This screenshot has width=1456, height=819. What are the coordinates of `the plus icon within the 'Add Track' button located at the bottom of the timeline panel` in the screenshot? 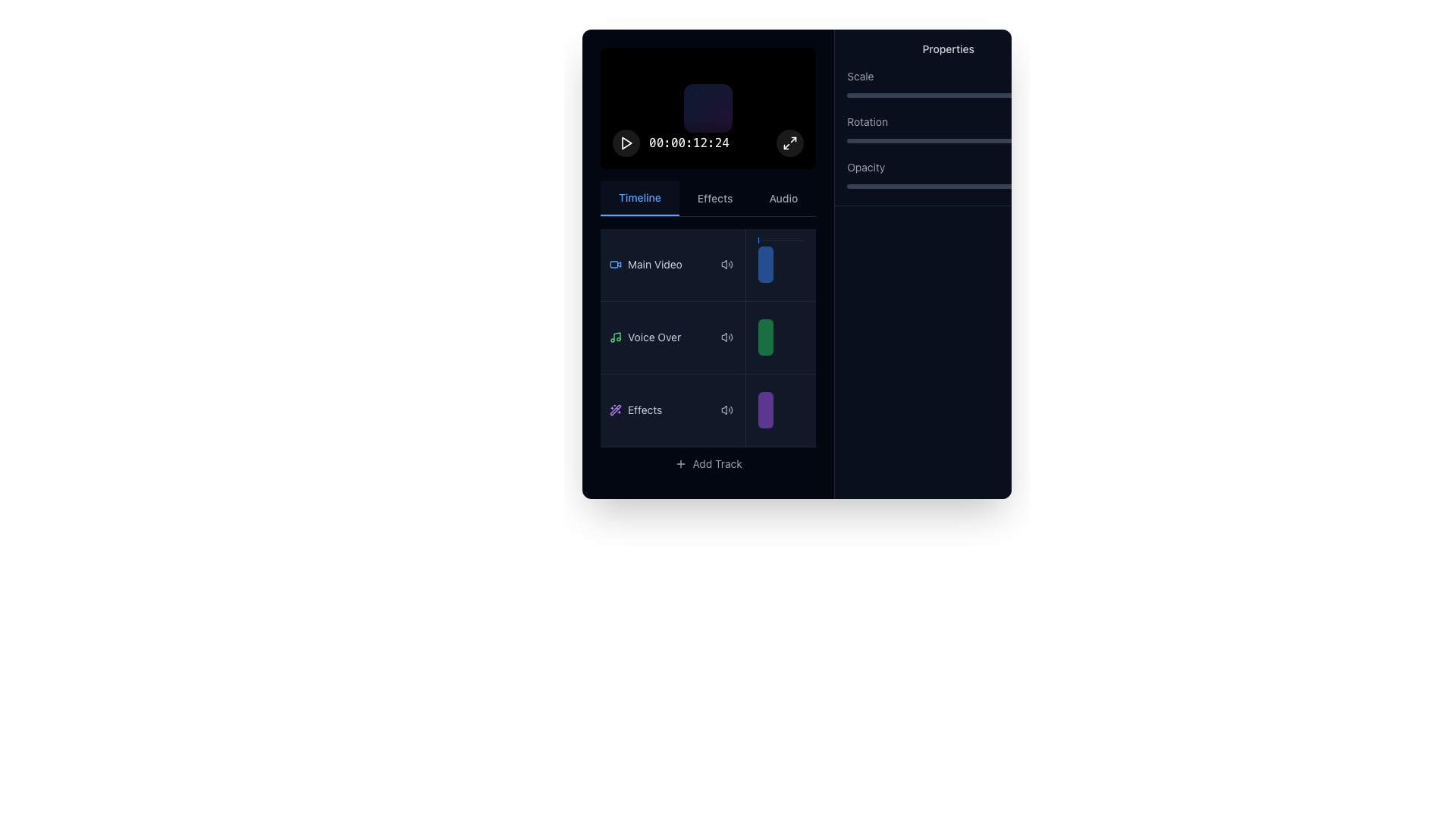 It's located at (679, 463).